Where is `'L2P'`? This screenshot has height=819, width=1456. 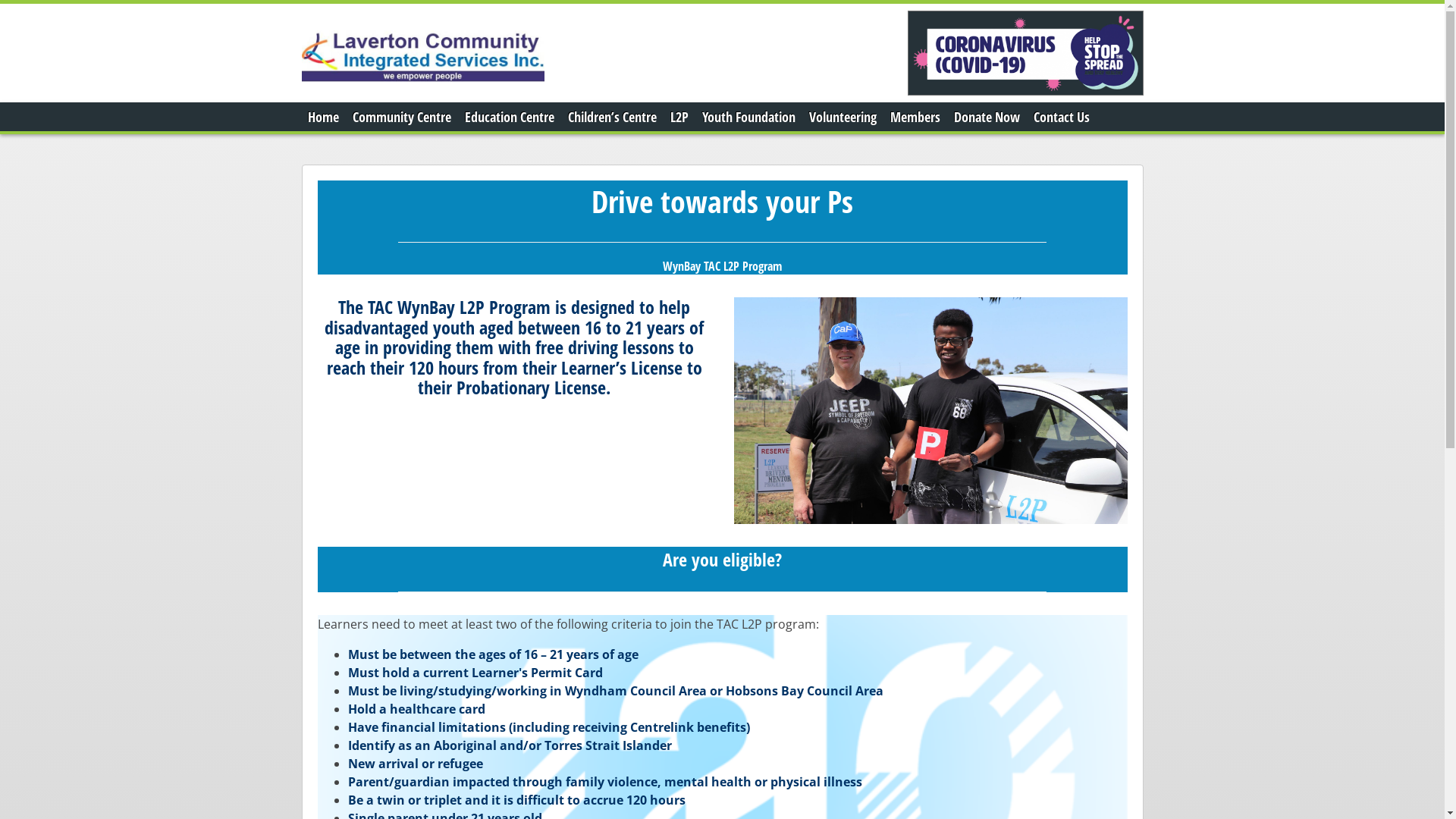
'L2P' is located at coordinates (679, 116).